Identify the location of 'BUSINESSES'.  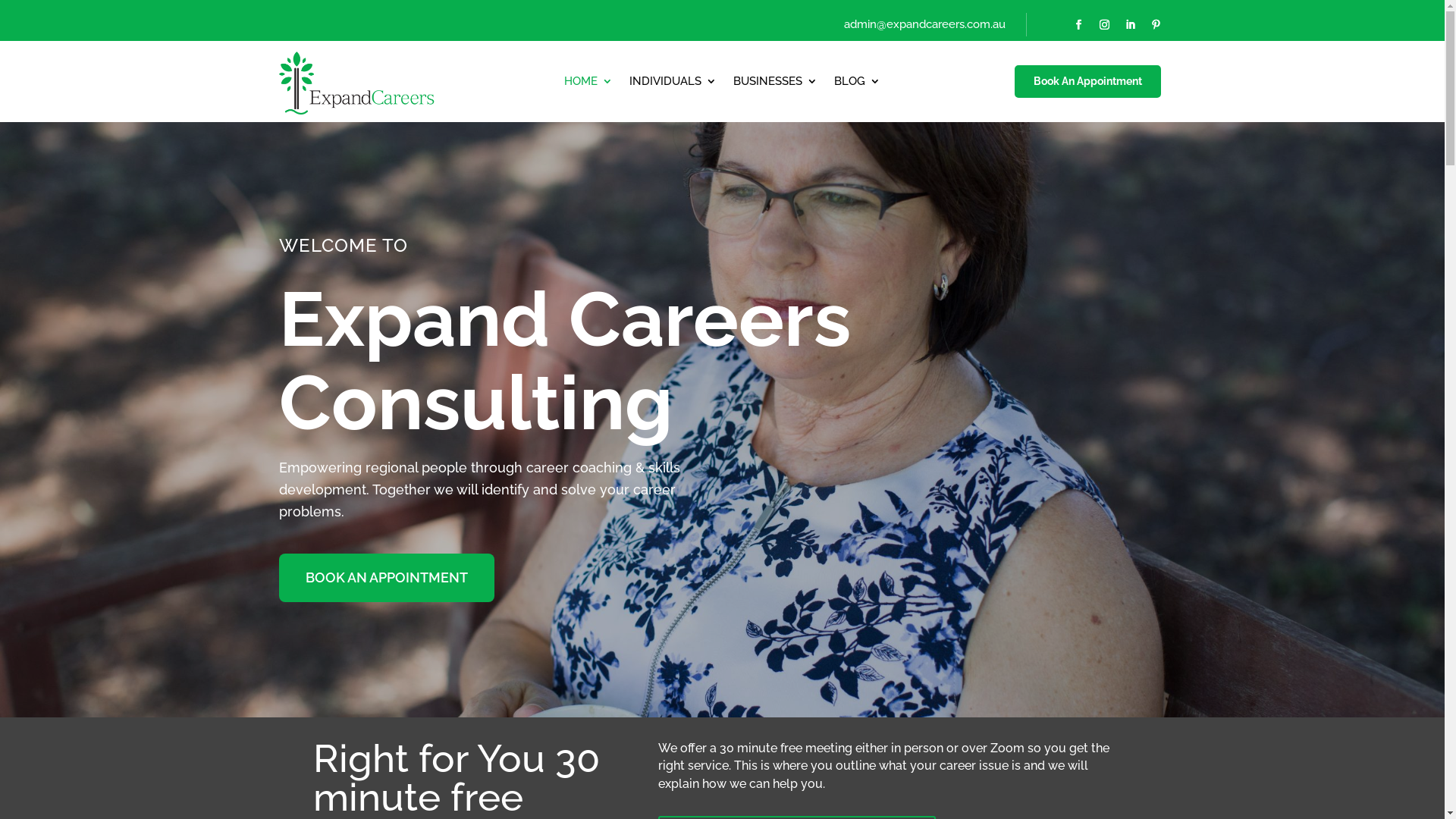
(775, 84).